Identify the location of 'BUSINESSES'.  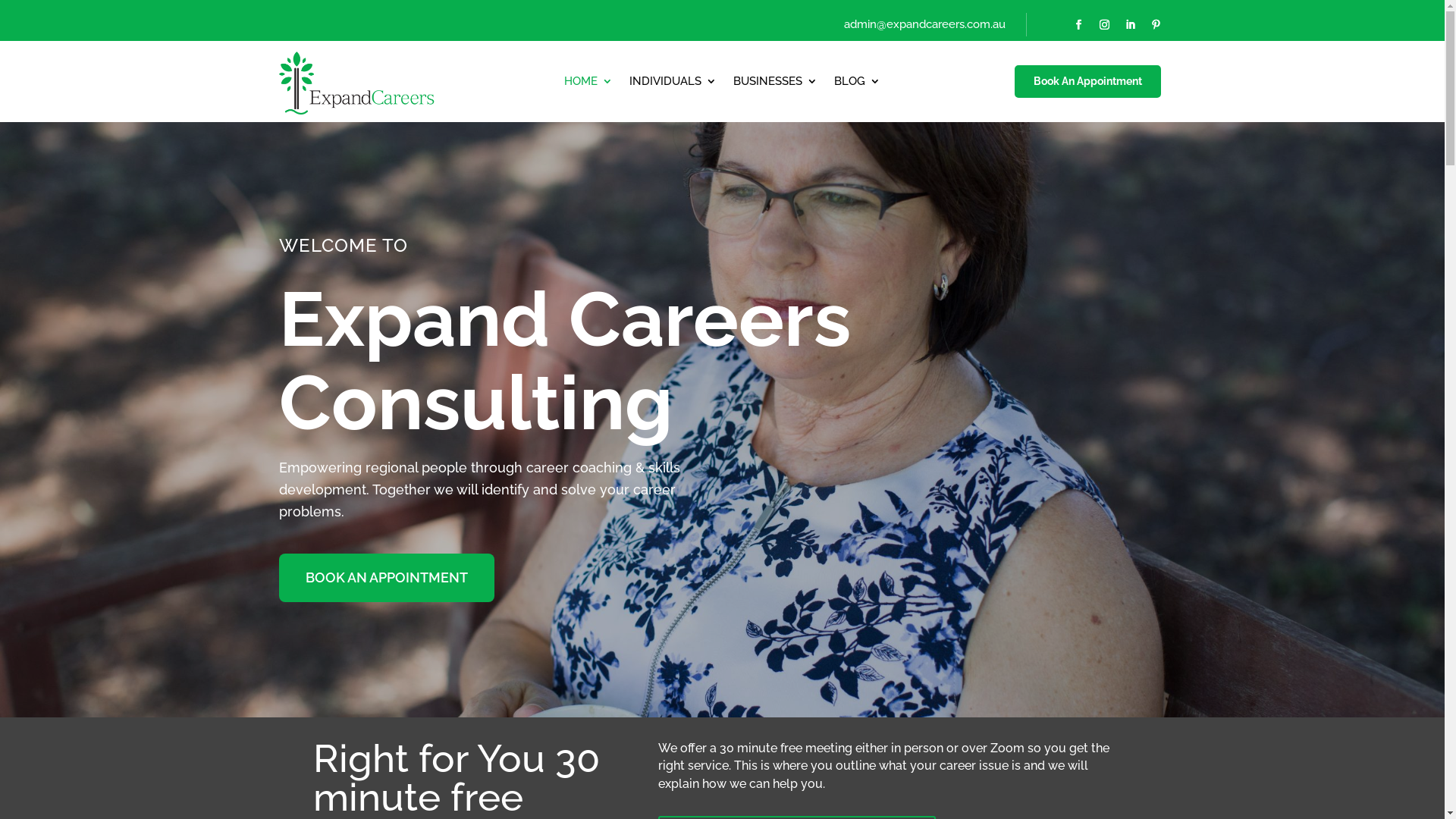
(775, 84).